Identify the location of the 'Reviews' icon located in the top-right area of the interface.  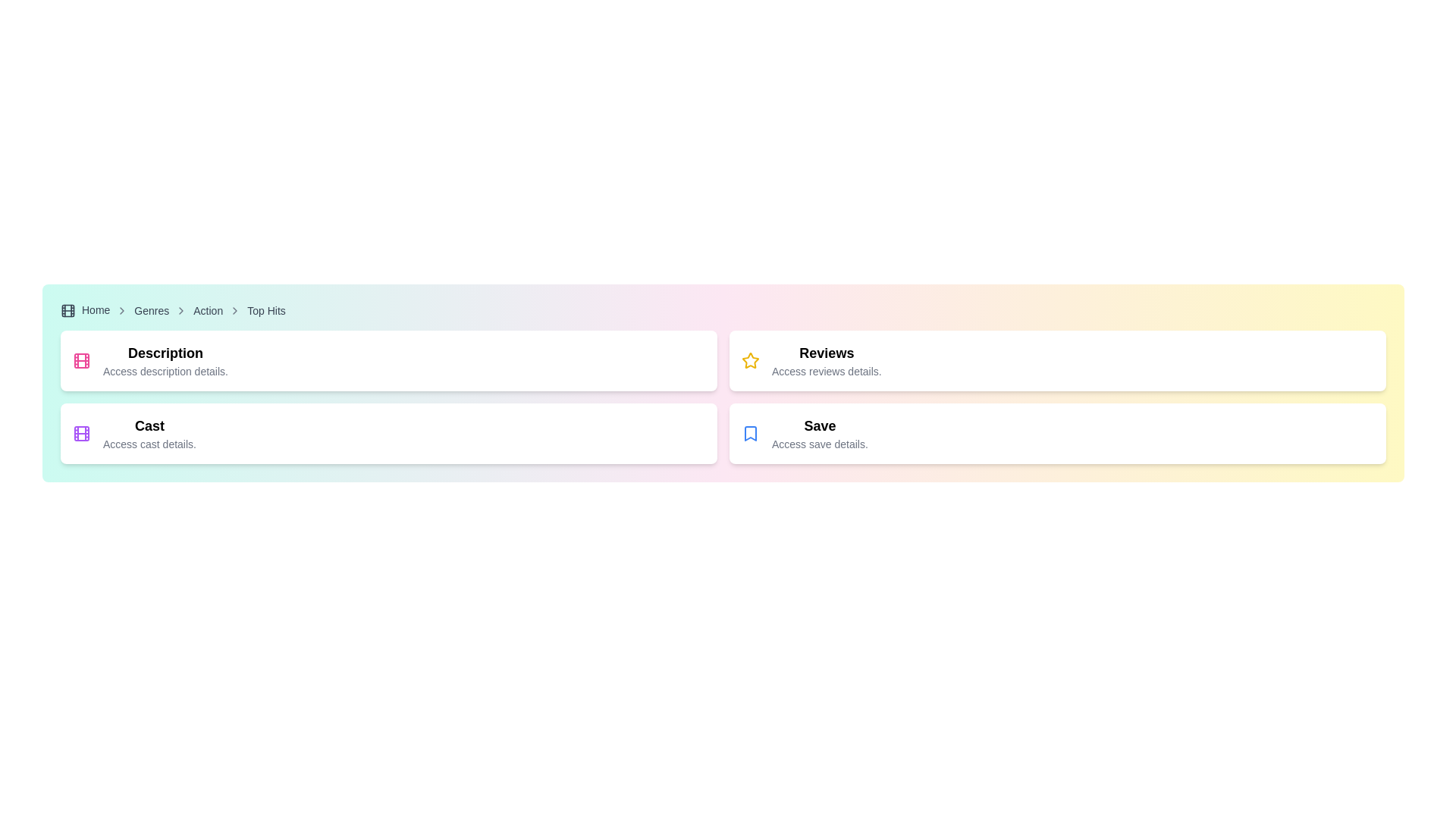
(750, 360).